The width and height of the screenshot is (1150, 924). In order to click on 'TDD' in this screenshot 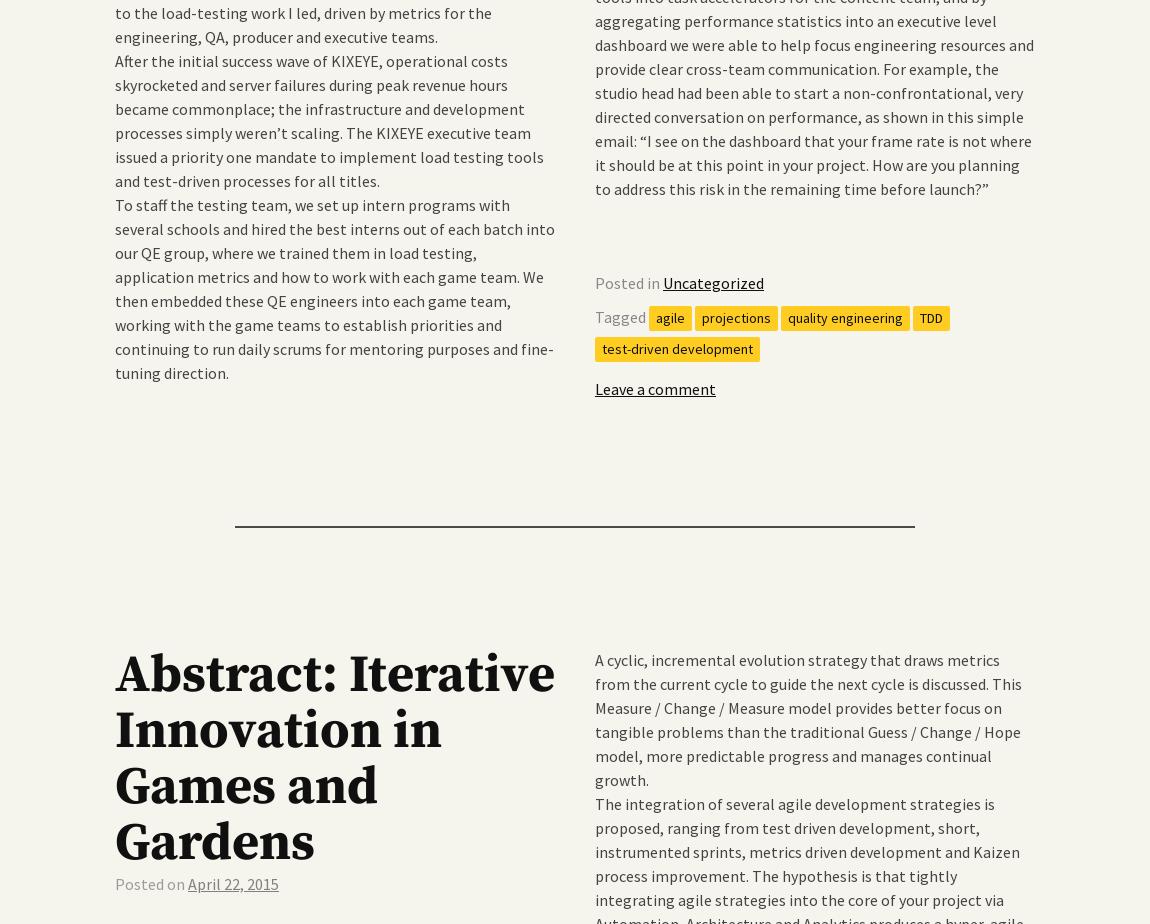, I will do `click(931, 317)`.